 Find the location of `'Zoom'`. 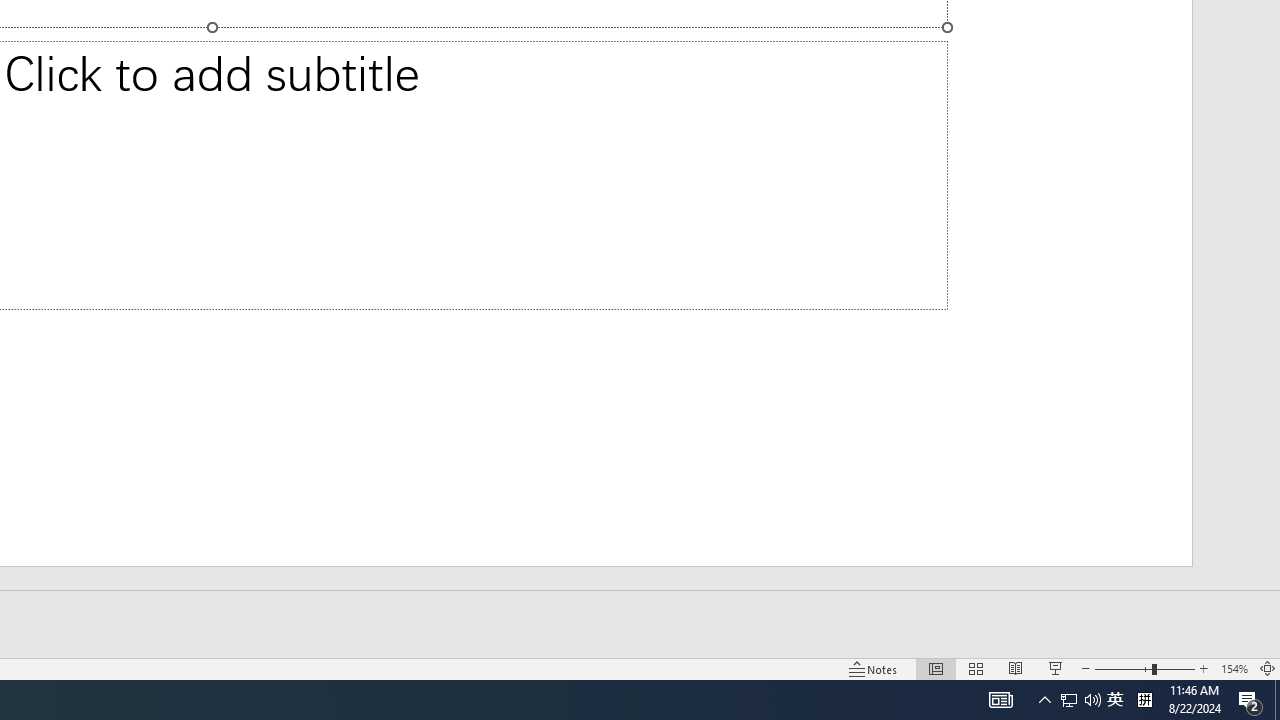

'Zoom' is located at coordinates (1144, 669).